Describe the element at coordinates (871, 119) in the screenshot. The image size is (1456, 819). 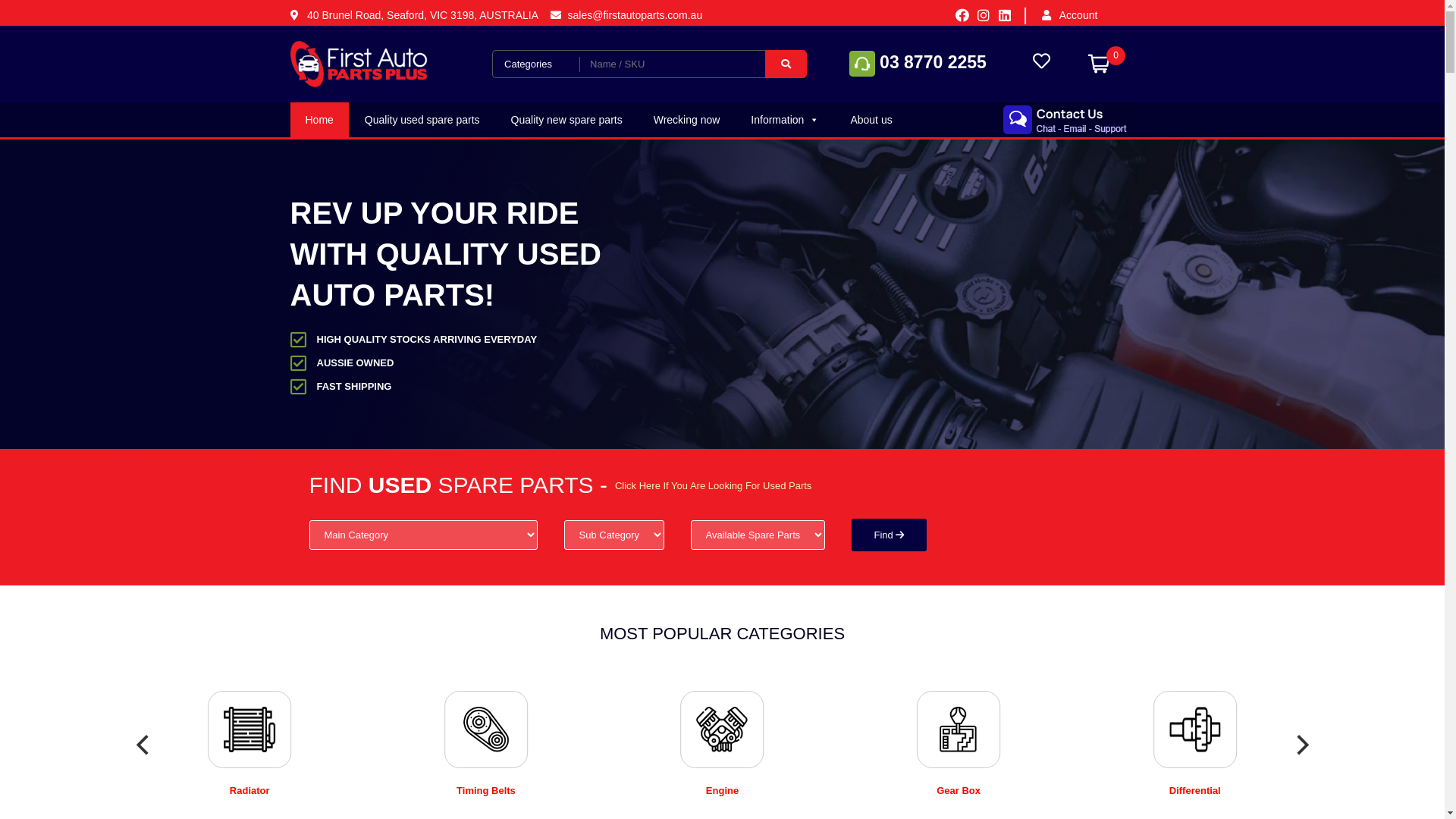
I see `'About us'` at that location.